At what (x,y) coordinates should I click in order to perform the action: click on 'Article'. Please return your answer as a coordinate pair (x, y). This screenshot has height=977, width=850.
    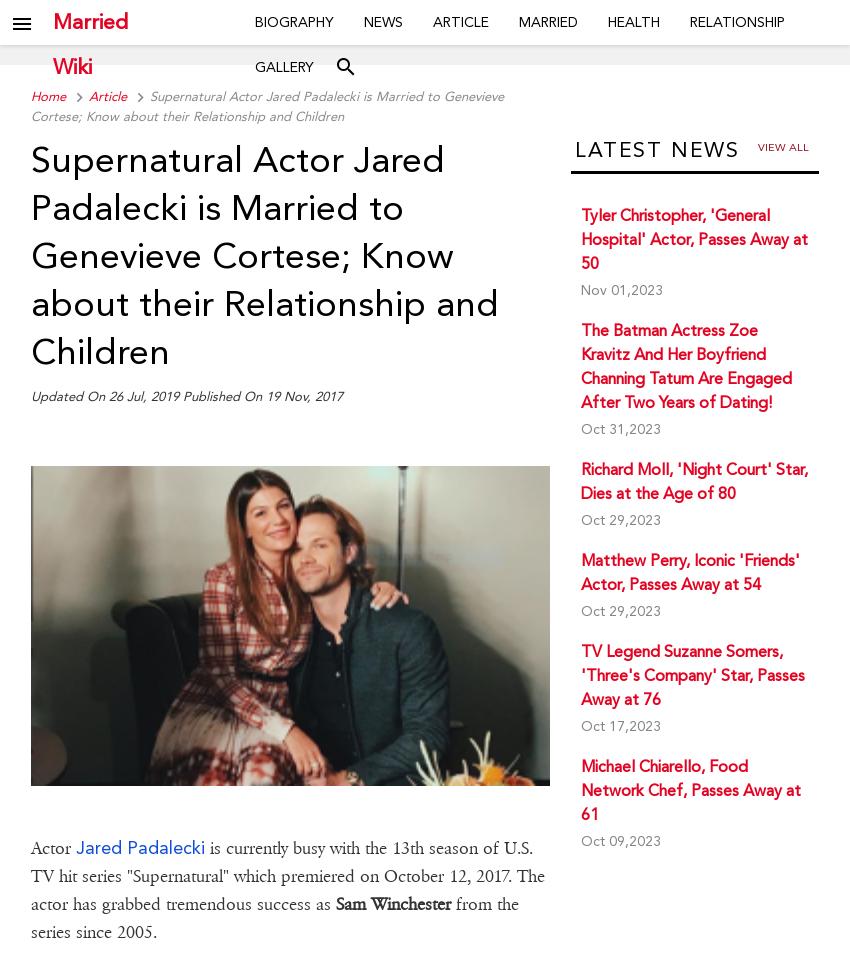
    Looking at the image, I should click on (86, 96).